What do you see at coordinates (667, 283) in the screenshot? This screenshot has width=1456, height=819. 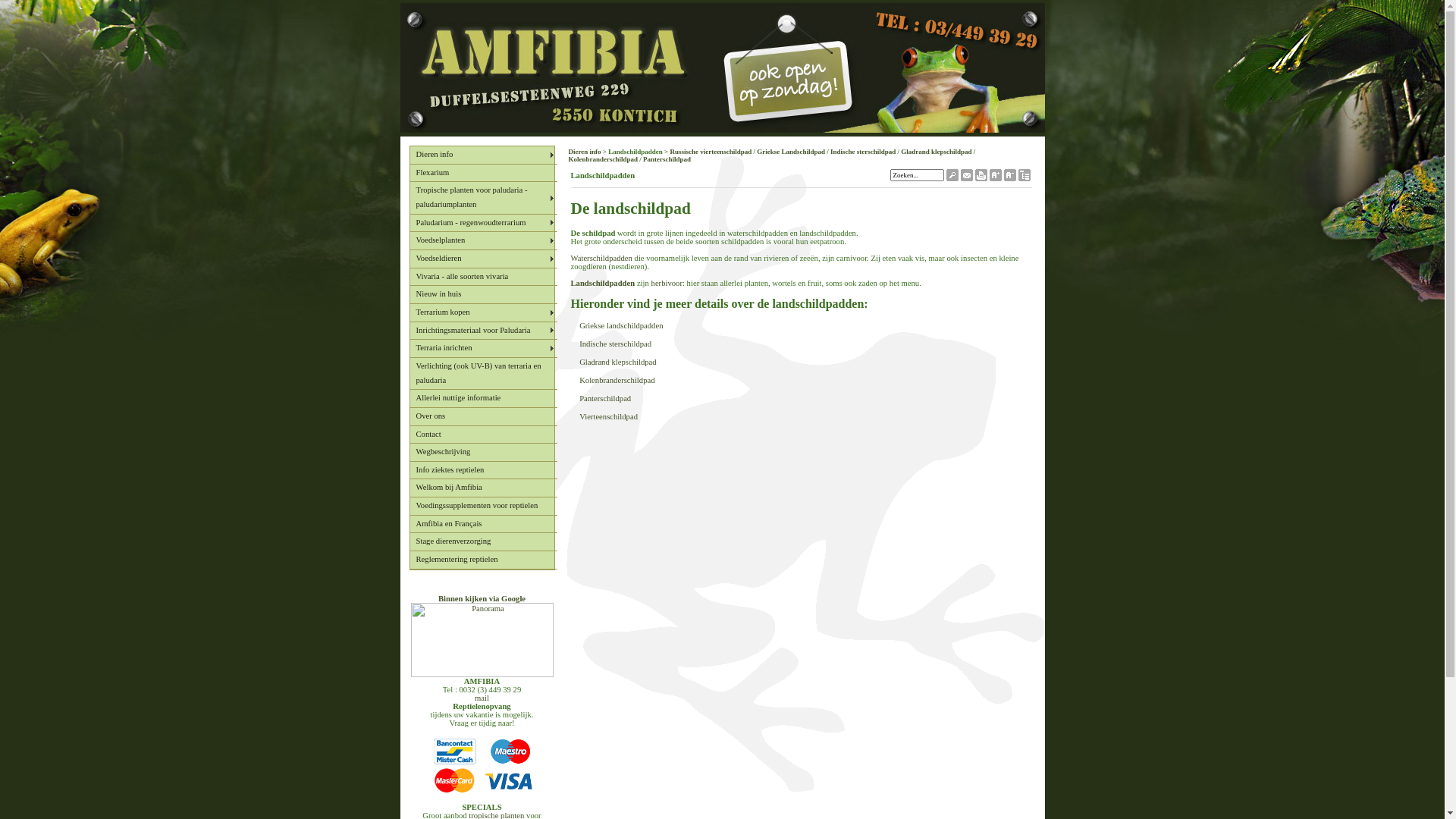 I see `'herbivoor'` at bounding box center [667, 283].